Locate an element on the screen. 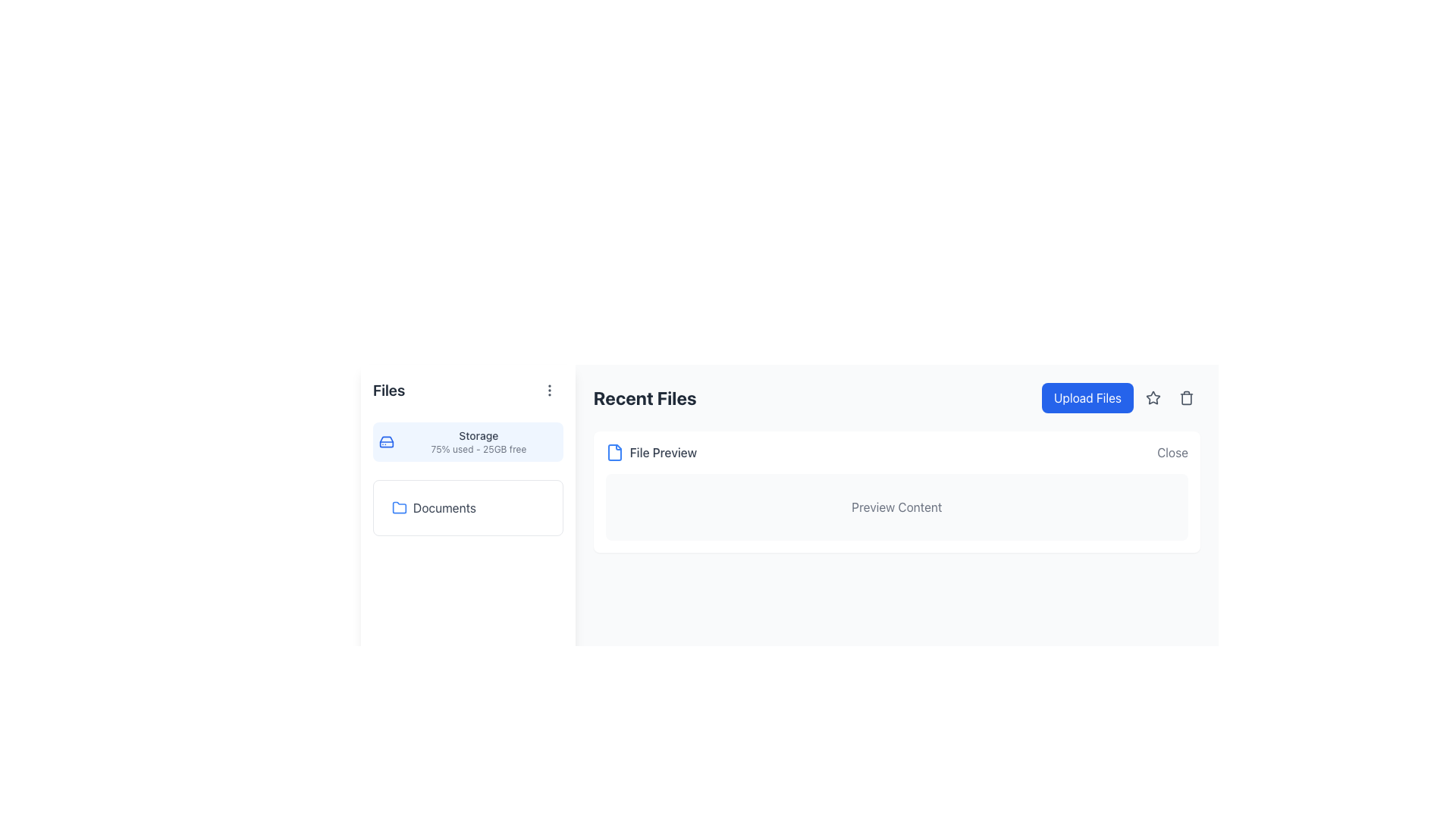 Image resolution: width=1456 pixels, height=819 pixels. the static text label 'Documents' located to the right of the folder icon in the 'Files' panel, below the 'Storage' section is located at coordinates (444, 508).